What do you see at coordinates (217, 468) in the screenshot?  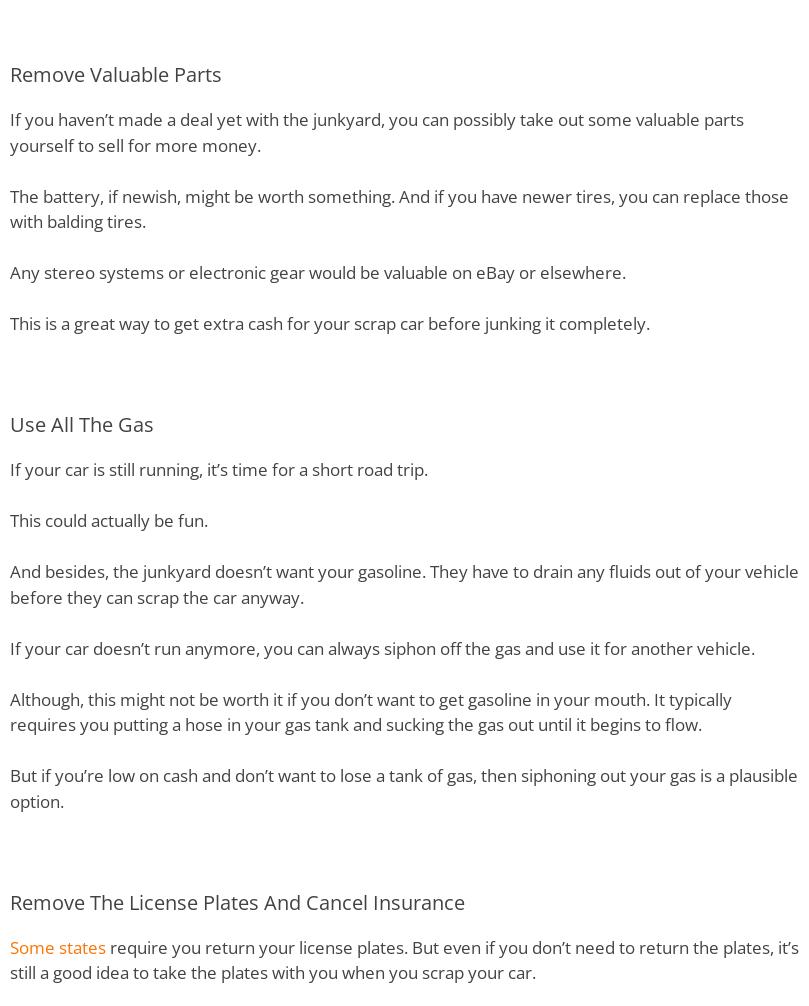 I see `'If your car is still running, it’s time for a short road trip.'` at bounding box center [217, 468].